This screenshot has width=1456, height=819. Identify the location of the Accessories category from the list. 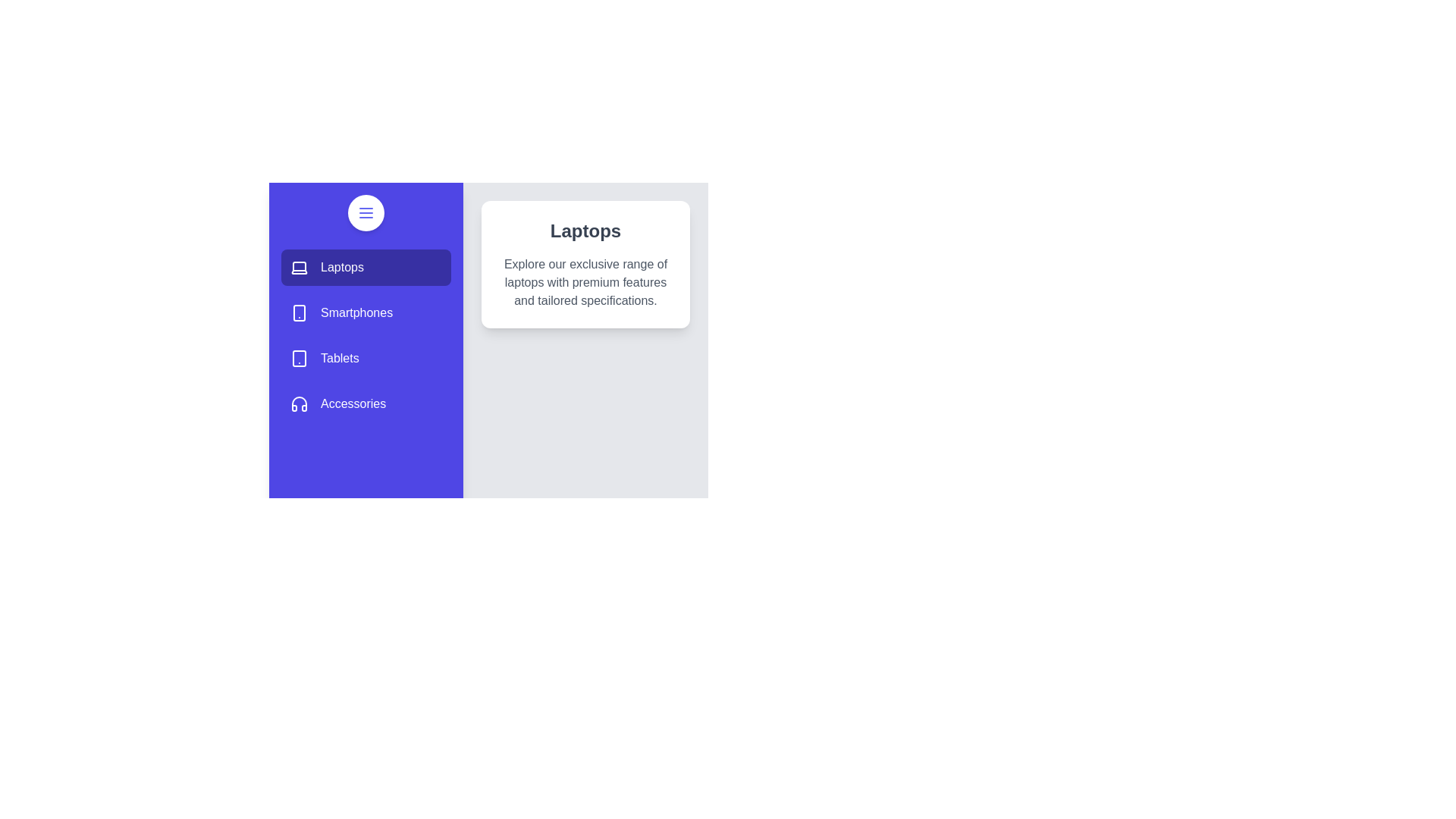
(366, 403).